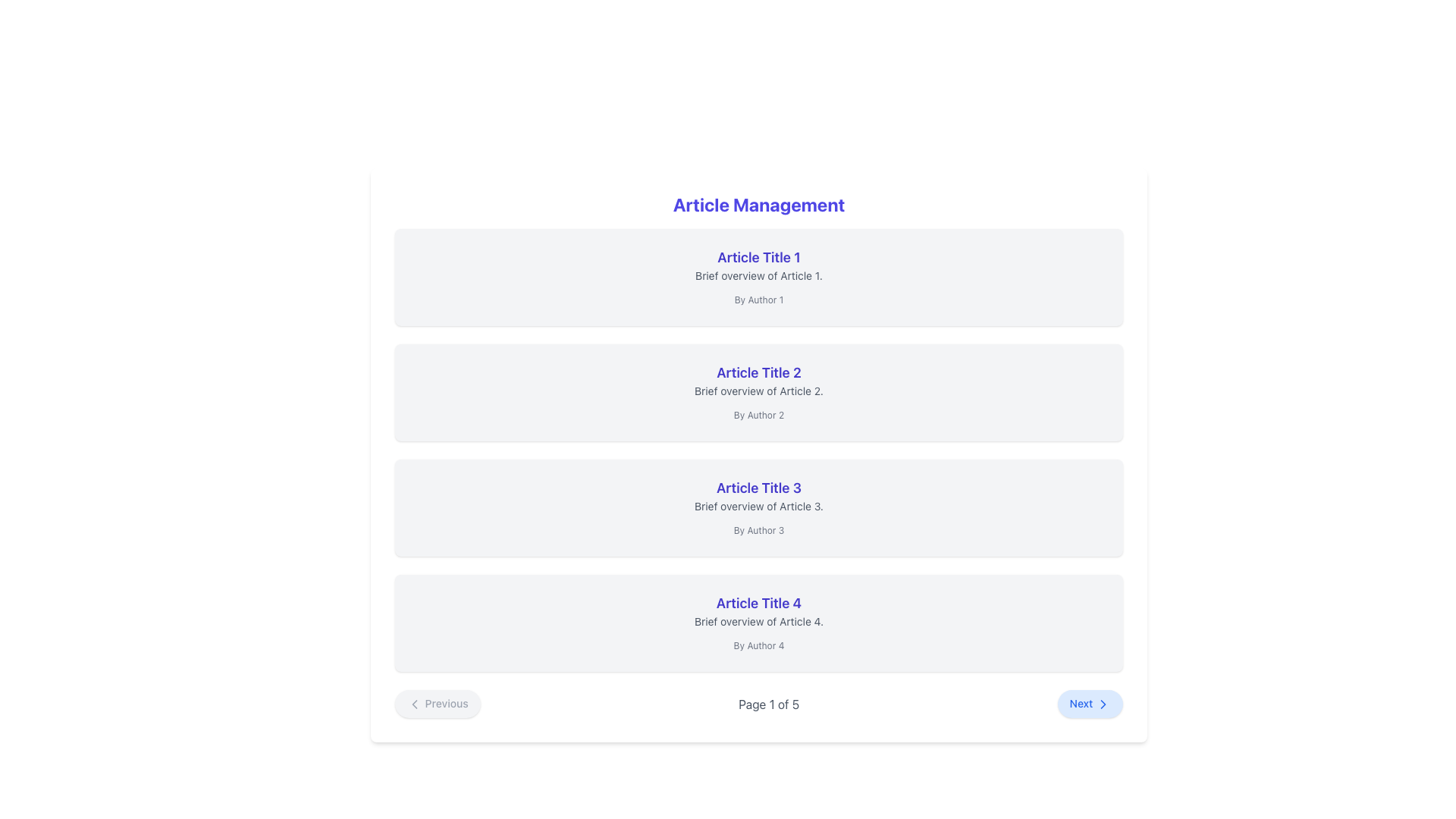 The width and height of the screenshot is (1456, 819). I want to click on the text label UI component that serves as the title of the content card, which is prominently styled and located at the first line of text within the card, so click(759, 602).